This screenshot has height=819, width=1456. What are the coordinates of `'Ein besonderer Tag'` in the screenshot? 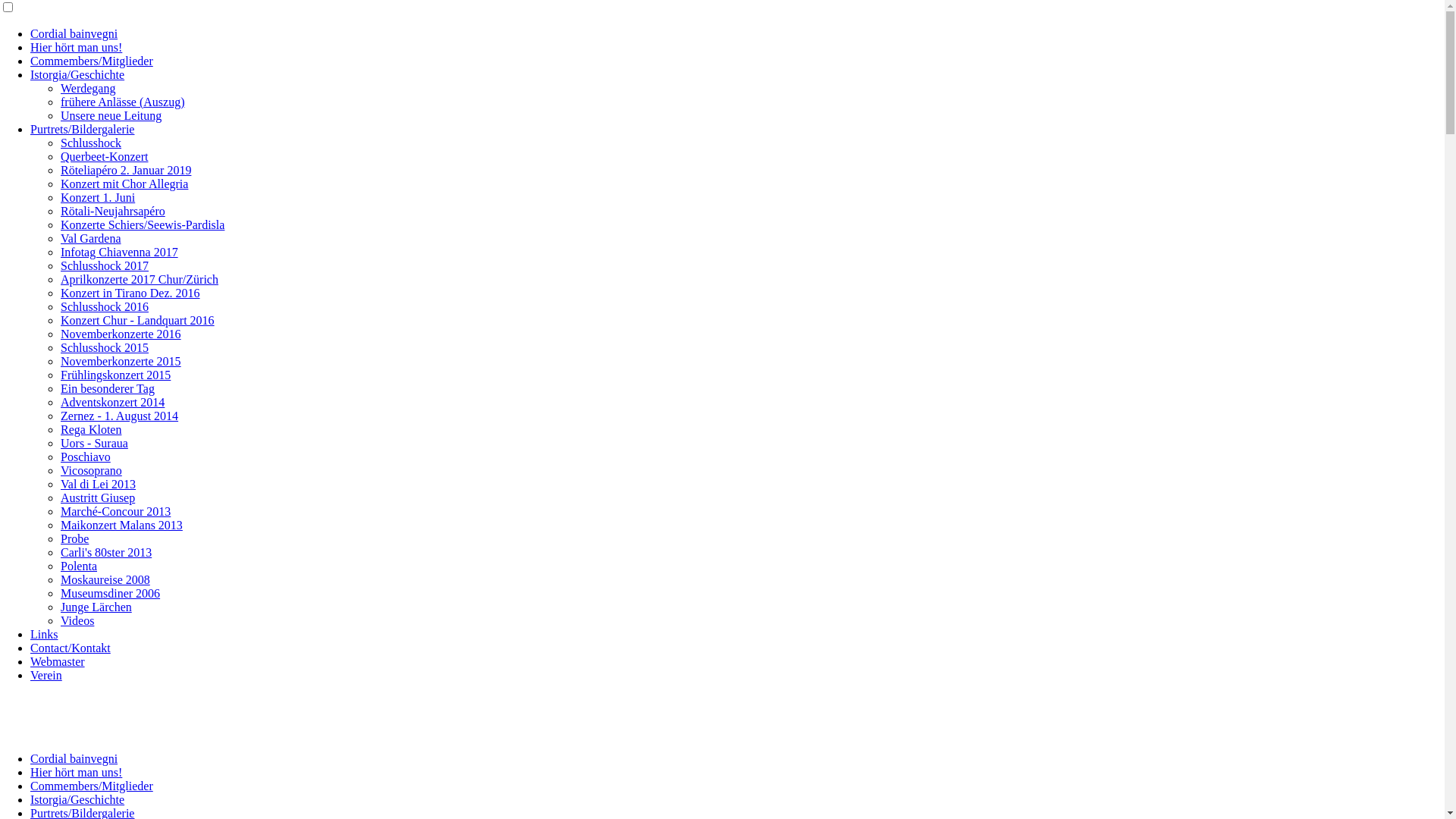 It's located at (61, 388).